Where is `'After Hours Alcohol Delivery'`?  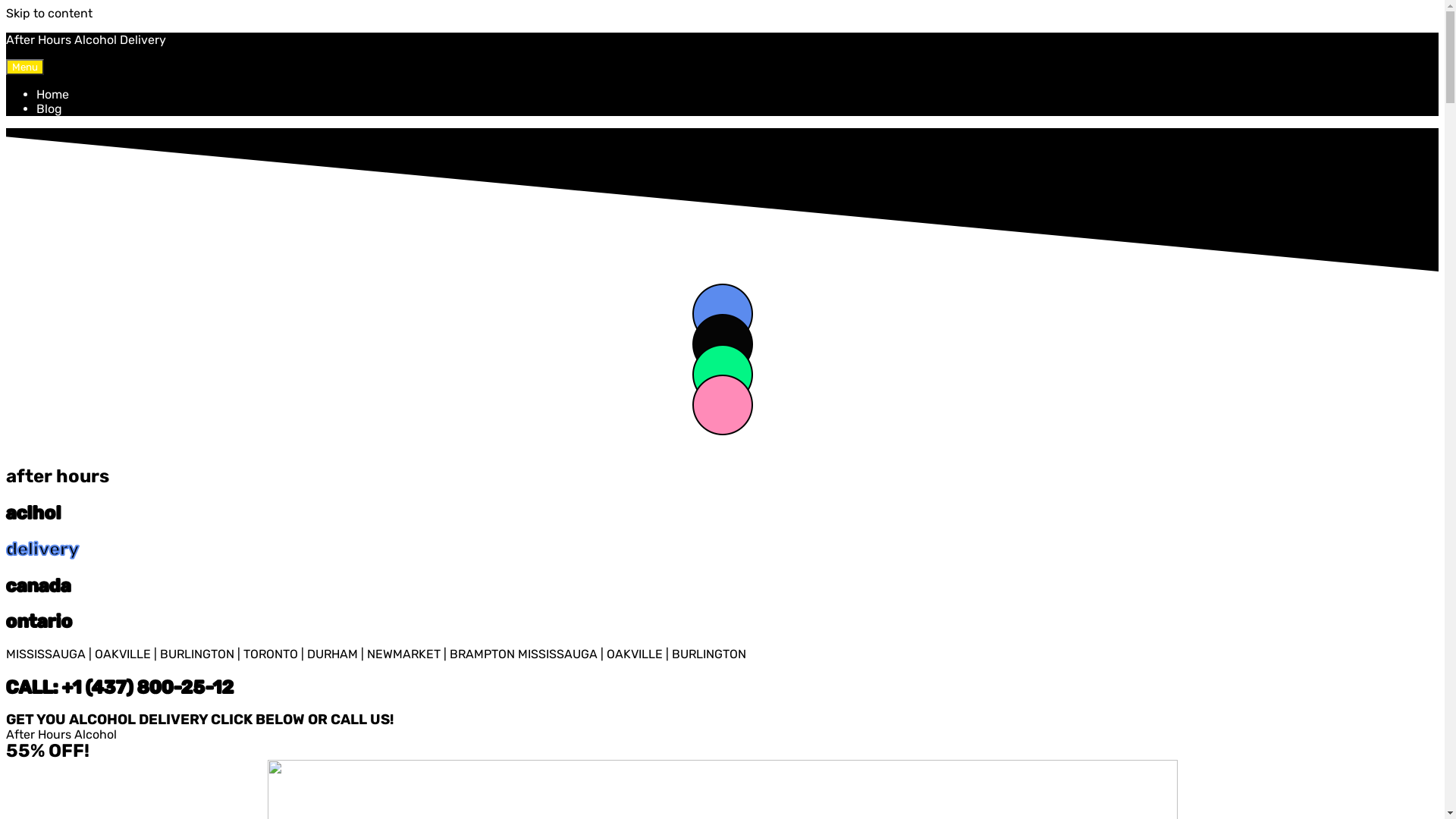
'After Hours Alcohol Delivery' is located at coordinates (85, 39).